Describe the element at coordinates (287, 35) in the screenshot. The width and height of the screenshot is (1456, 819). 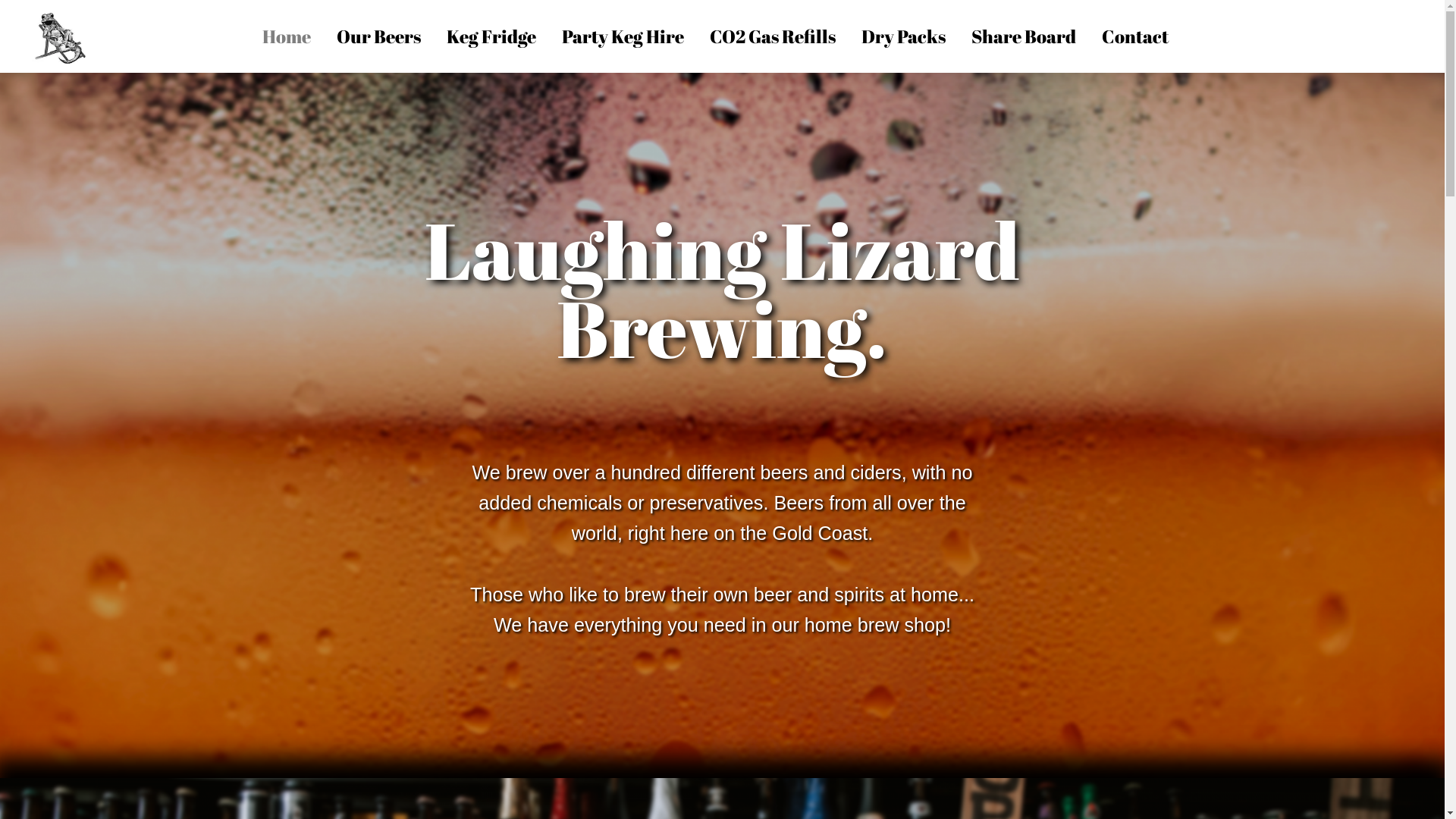
I see `'Home'` at that location.